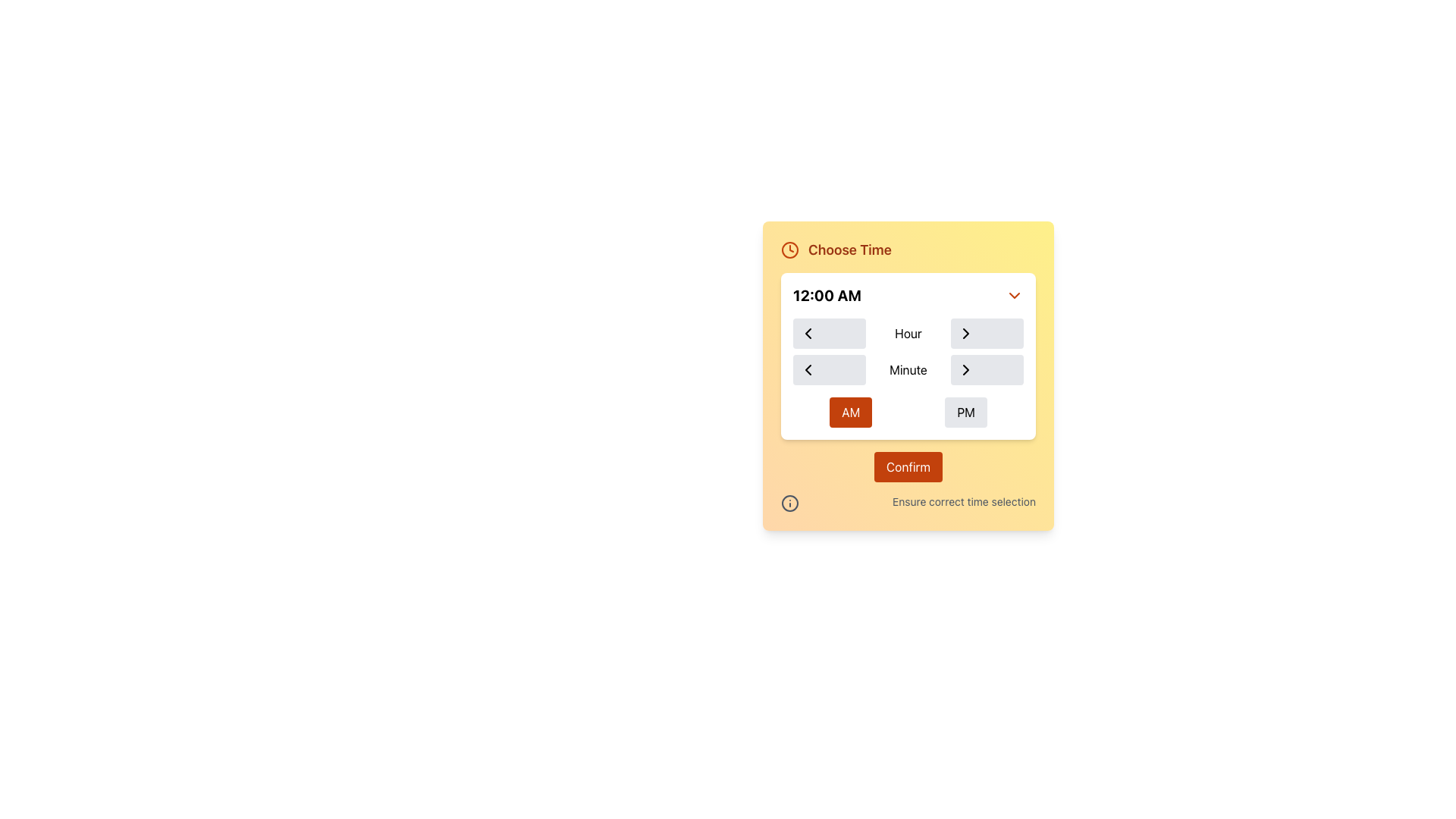  What do you see at coordinates (789, 503) in the screenshot?
I see `the circular graphical component of the information-themed icon located near the top left corner of the Choose Time dialog, adjacent to the 'Choose Time' label` at bounding box center [789, 503].